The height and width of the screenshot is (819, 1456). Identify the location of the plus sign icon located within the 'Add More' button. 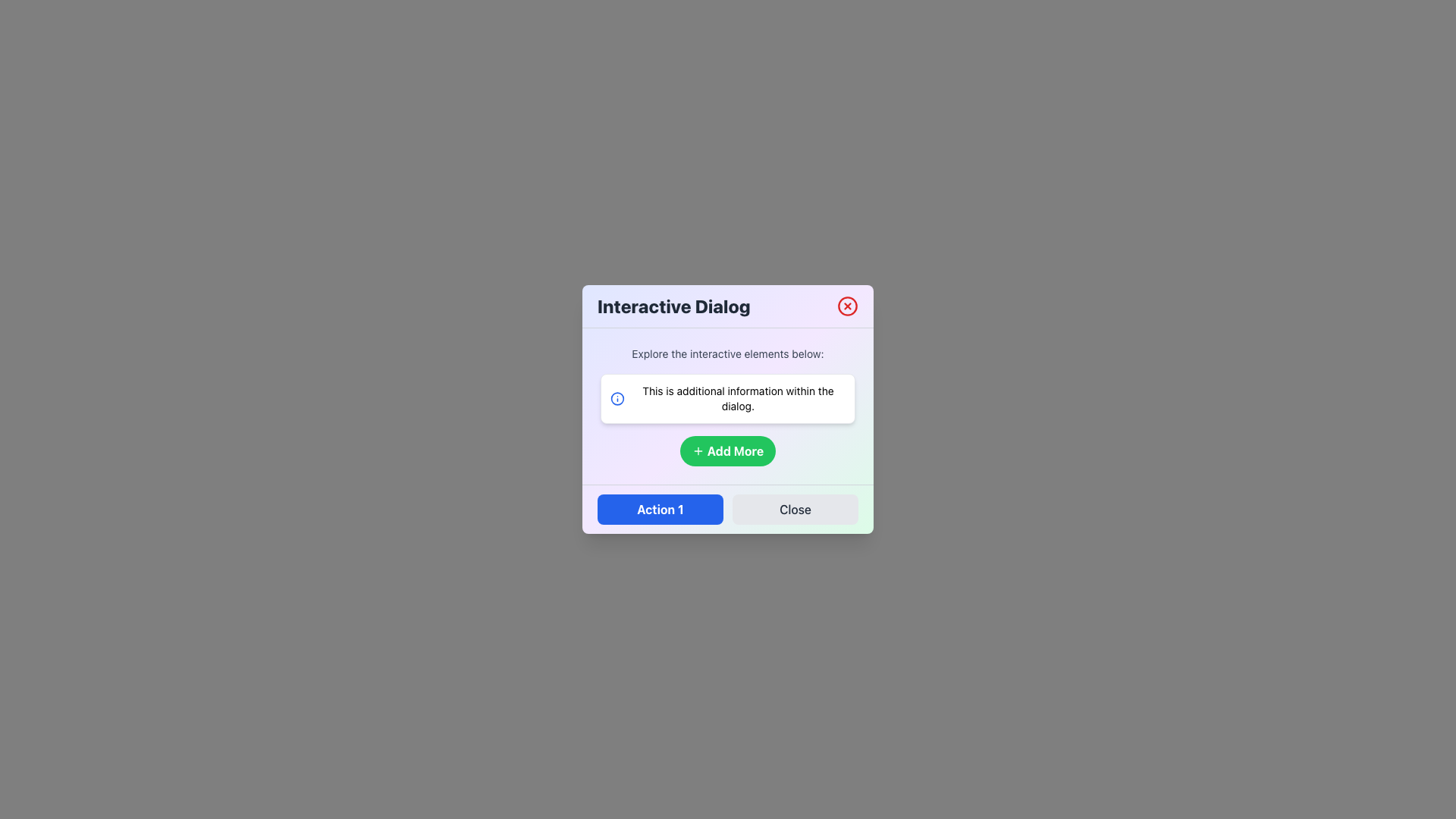
(697, 450).